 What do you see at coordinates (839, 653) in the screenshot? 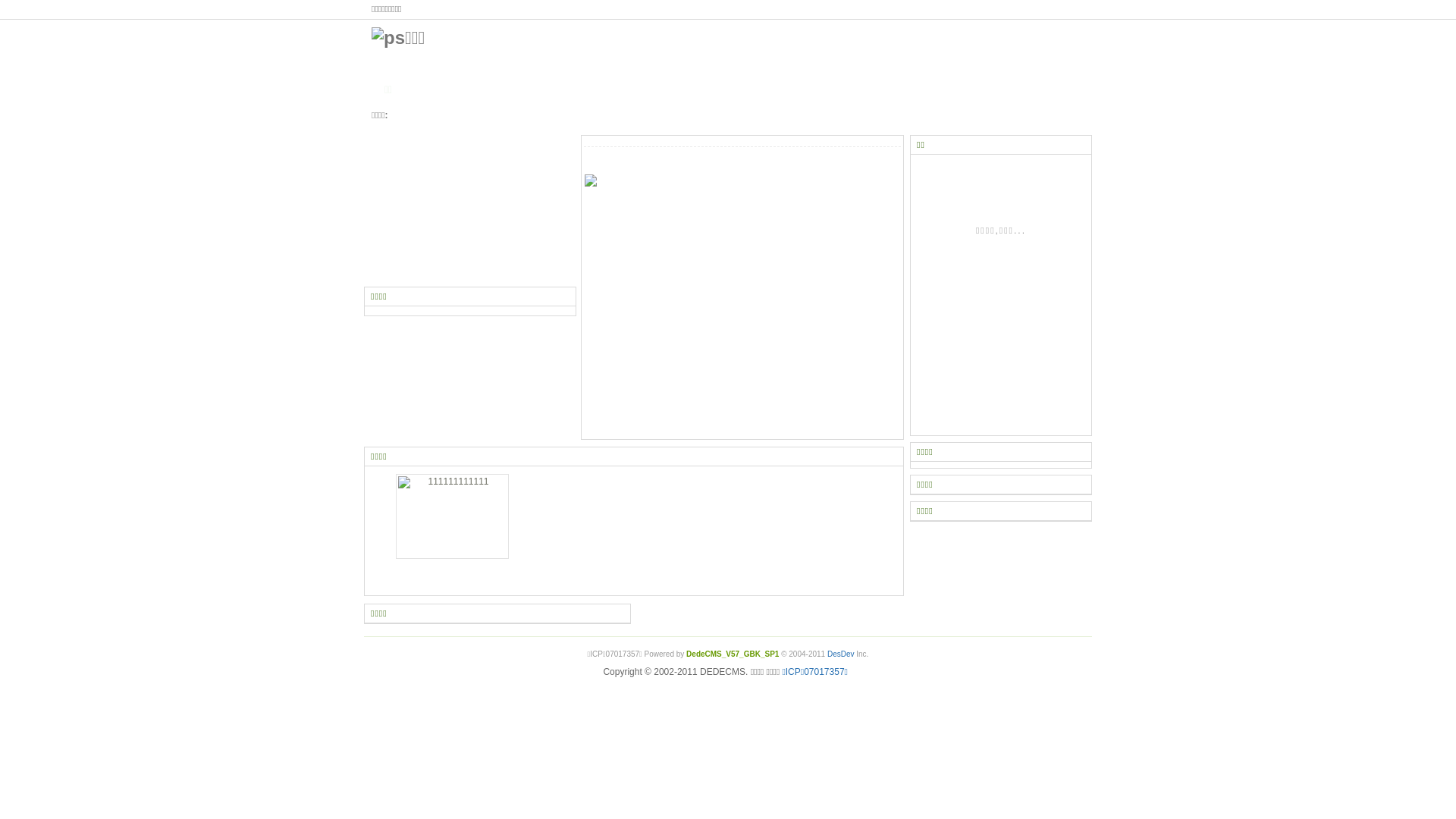
I see `'DesDev'` at bounding box center [839, 653].